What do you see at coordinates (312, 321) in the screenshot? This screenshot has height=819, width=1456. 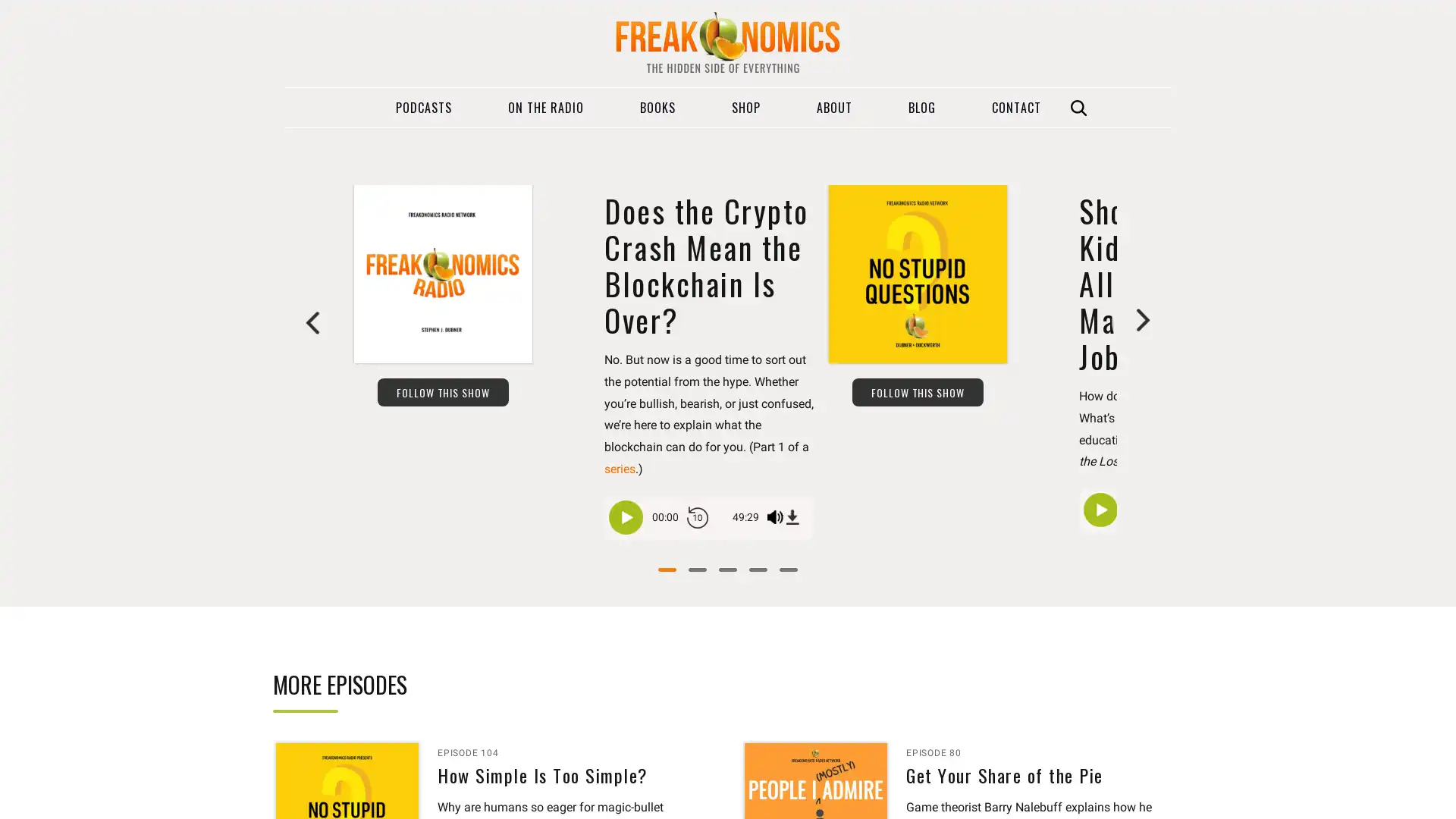 I see `Previous` at bounding box center [312, 321].